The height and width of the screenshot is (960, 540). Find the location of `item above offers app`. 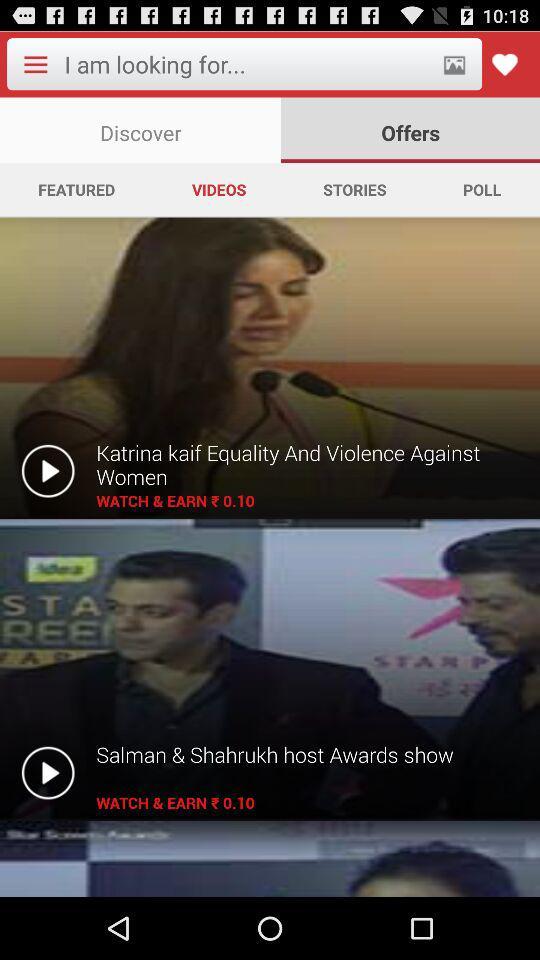

item above offers app is located at coordinates (454, 64).